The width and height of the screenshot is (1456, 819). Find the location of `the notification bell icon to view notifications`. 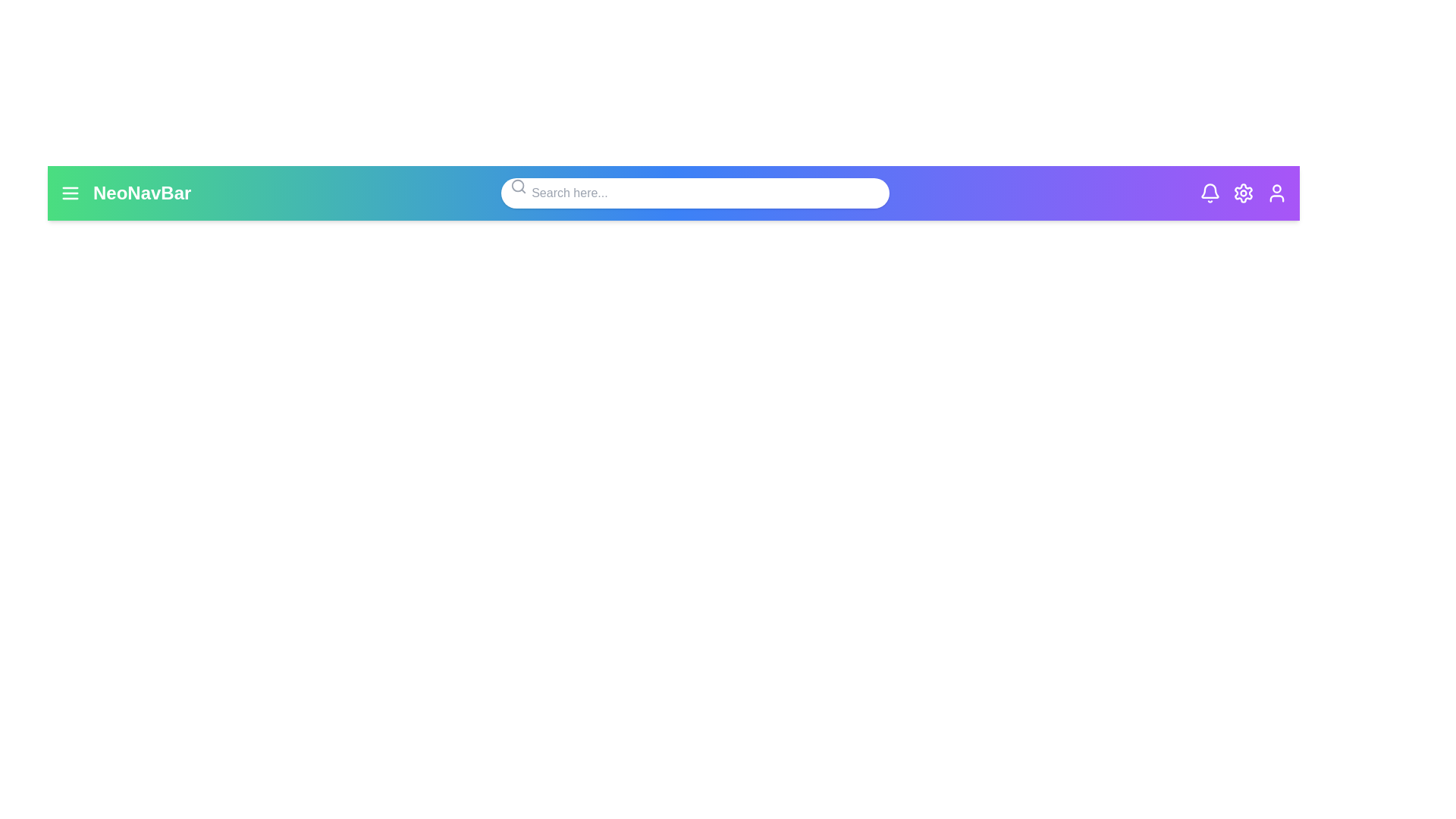

the notification bell icon to view notifications is located at coordinates (1209, 192).